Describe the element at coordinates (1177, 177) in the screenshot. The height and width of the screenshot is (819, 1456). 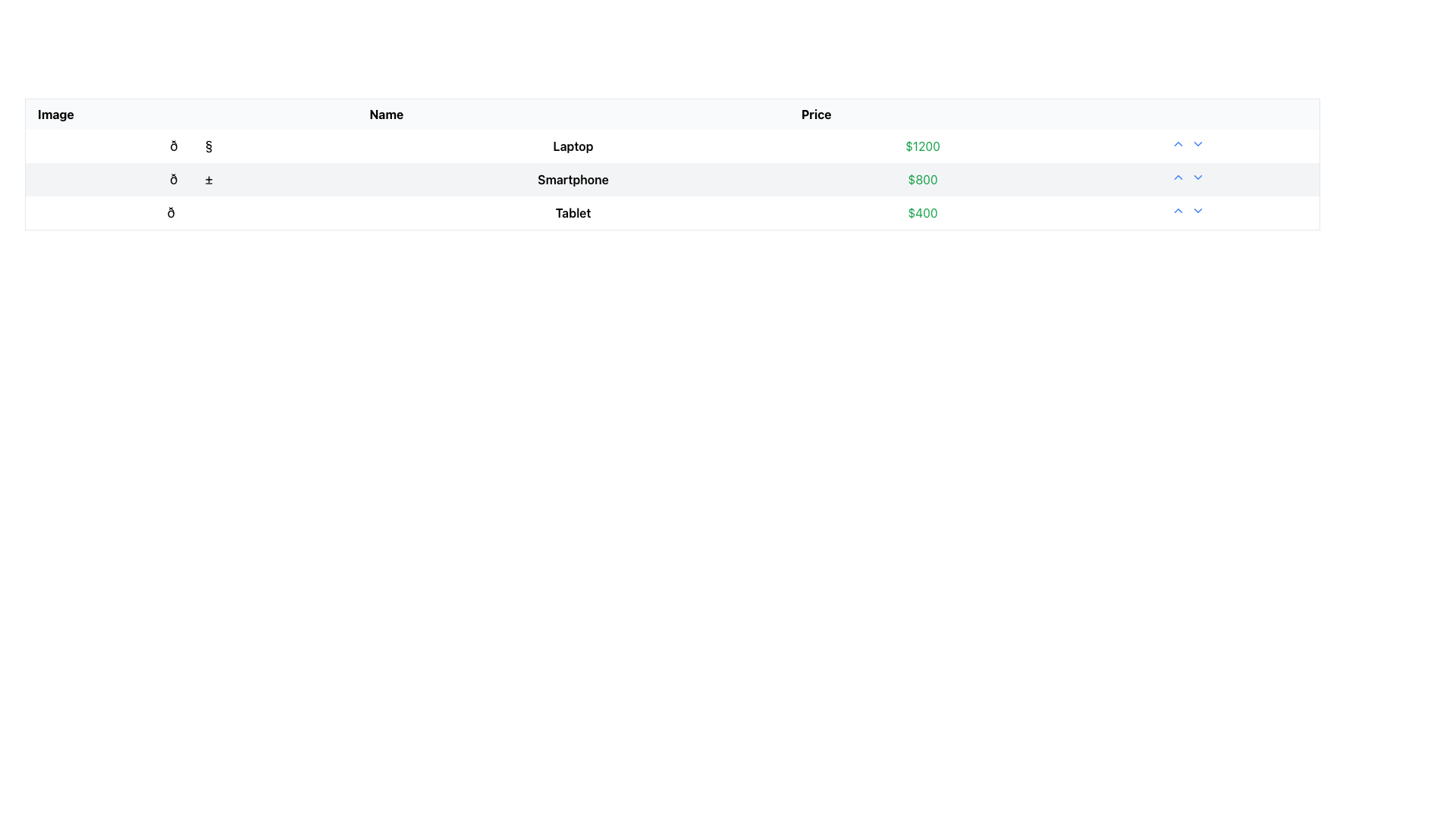
I see `the upward-pointing chevron icon styled in blue, located in the second row of the tabular layout to the right of the price value for the Smartphone item` at that location.